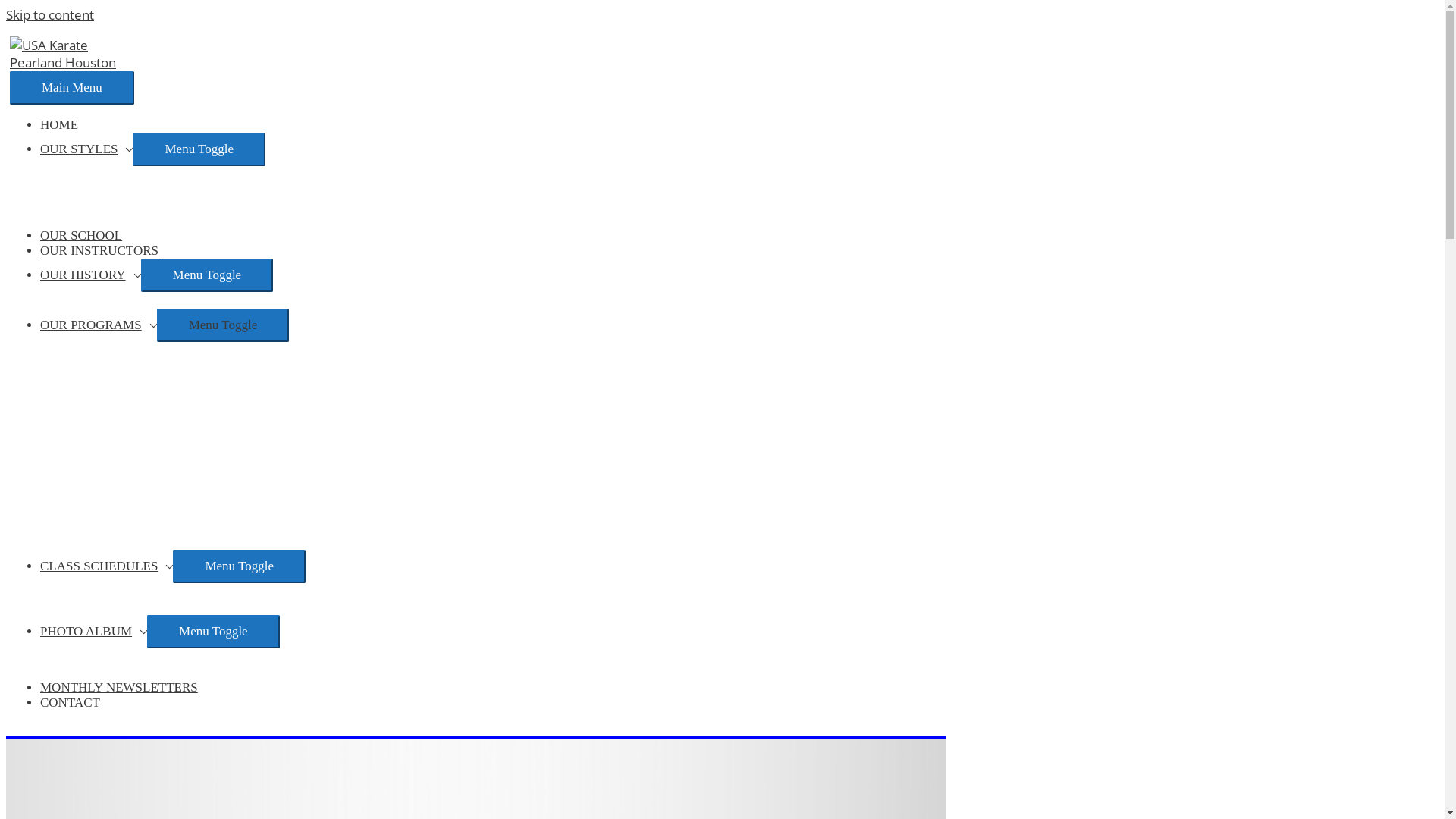 The height and width of the screenshot is (819, 1456). Describe the element at coordinates (86, 149) in the screenshot. I see `'OUR STYLES'` at that location.